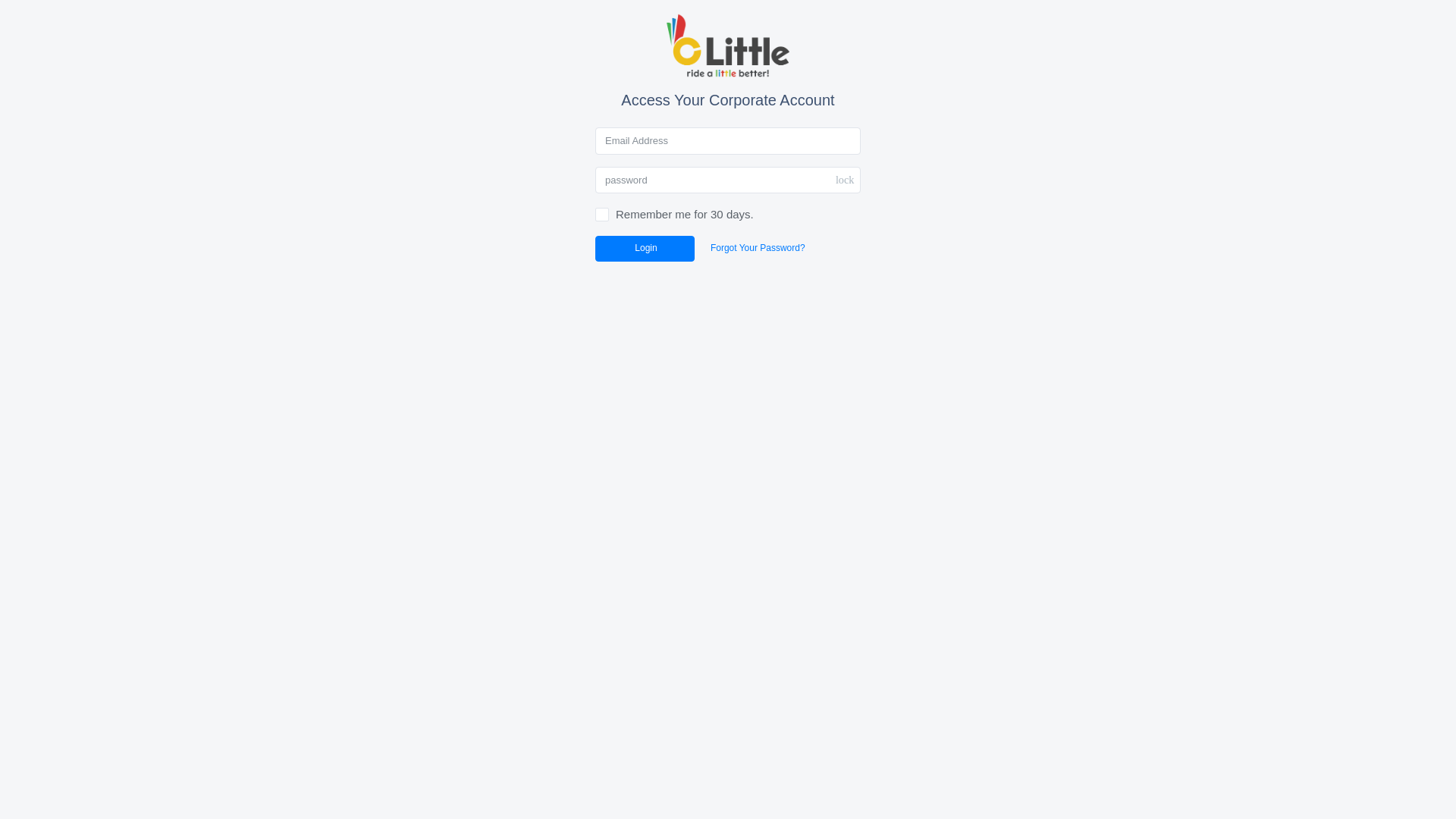  What do you see at coordinates (645, 247) in the screenshot?
I see `'Login'` at bounding box center [645, 247].